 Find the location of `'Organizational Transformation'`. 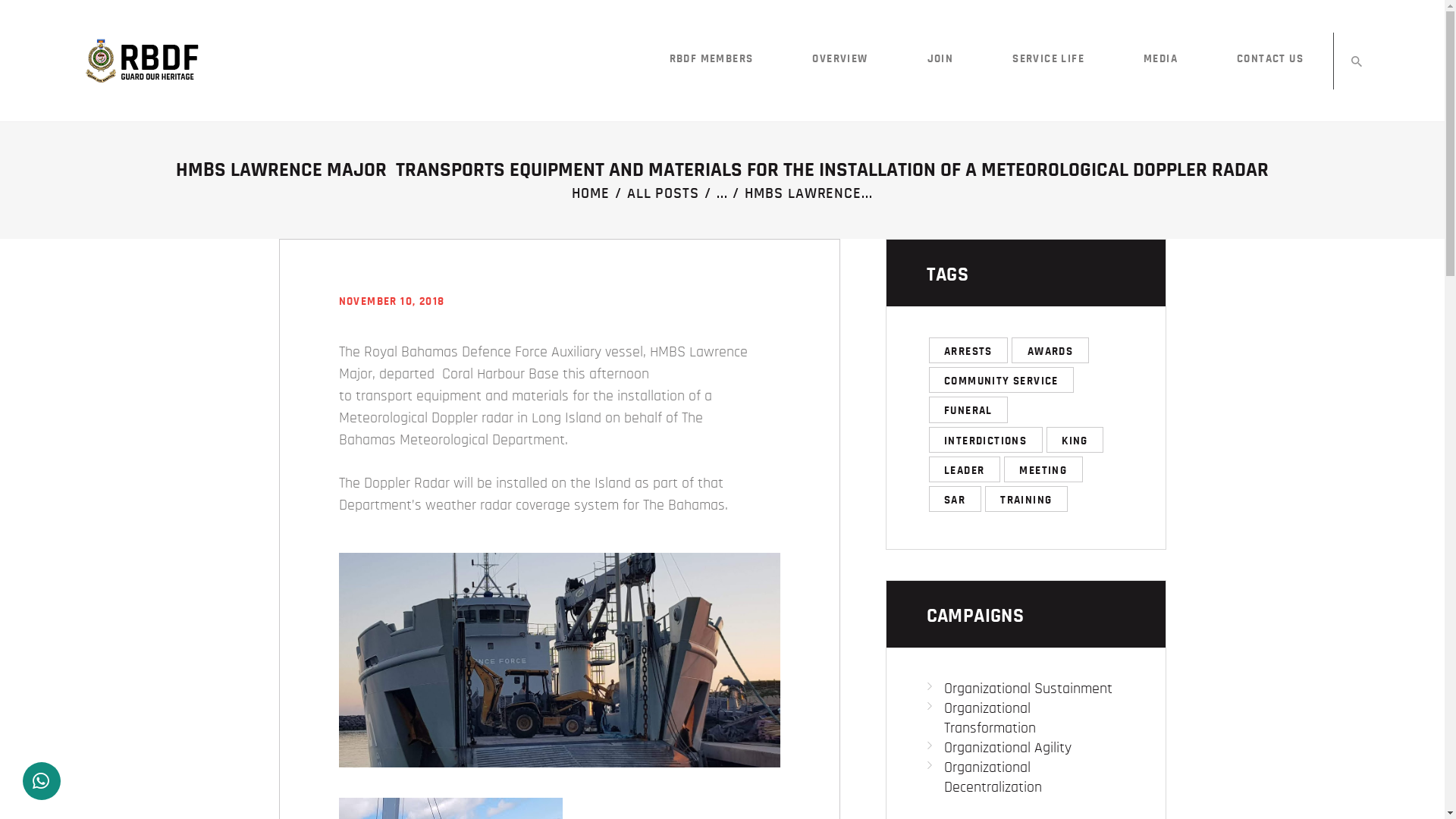

'Organizational Transformation' is located at coordinates (989, 717).